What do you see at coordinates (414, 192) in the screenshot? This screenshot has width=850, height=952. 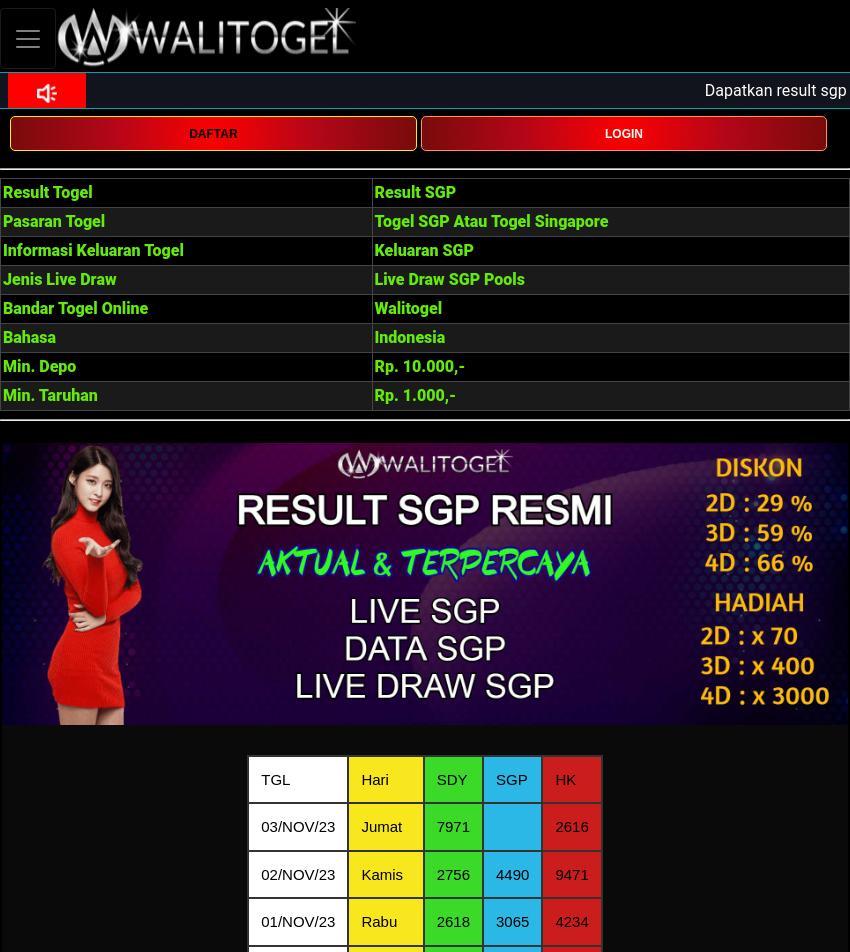 I see `'Result SGP'` at bounding box center [414, 192].